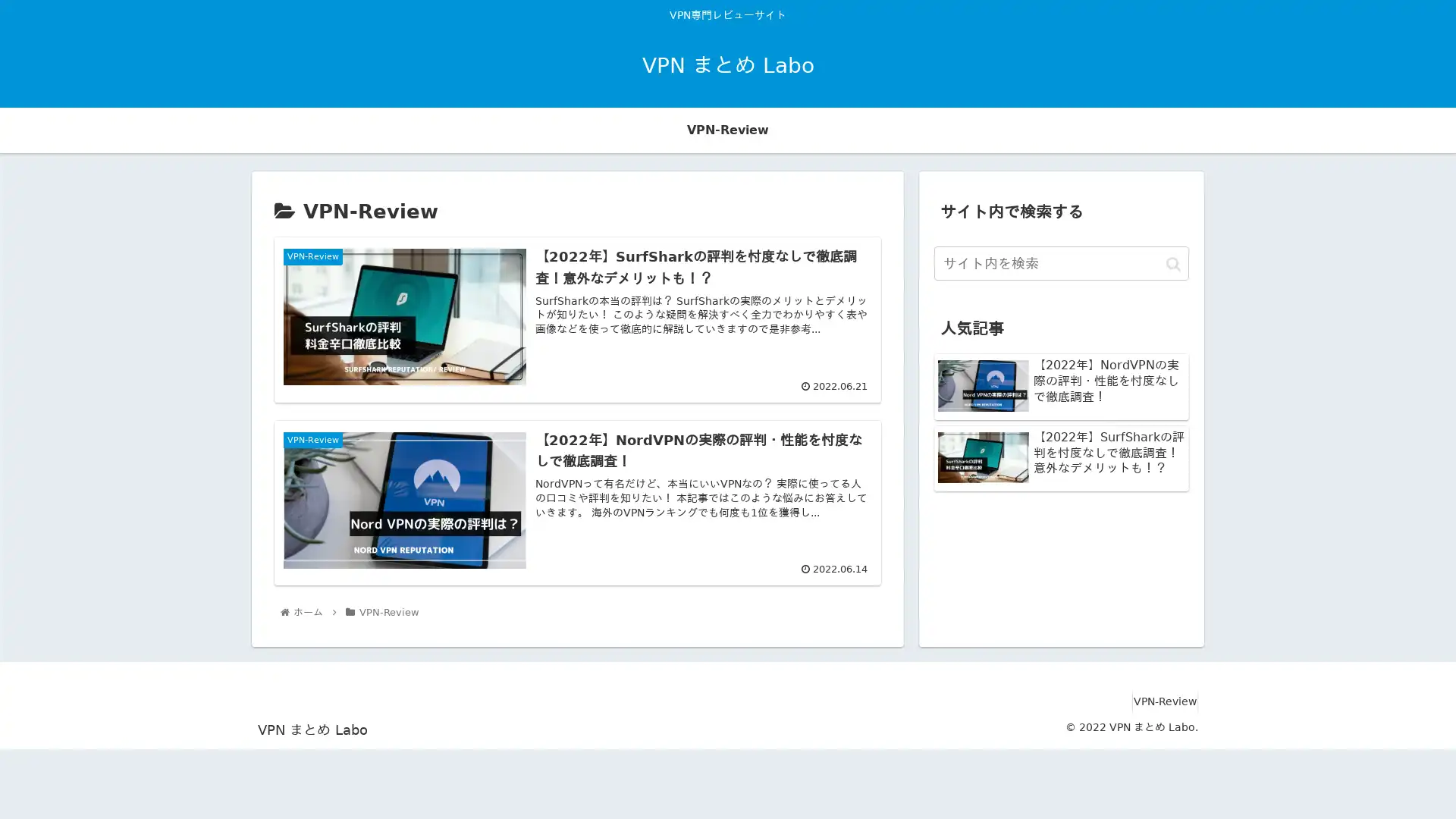 This screenshot has height=819, width=1456. Describe the element at coordinates (1172, 262) in the screenshot. I see `button` at that location.